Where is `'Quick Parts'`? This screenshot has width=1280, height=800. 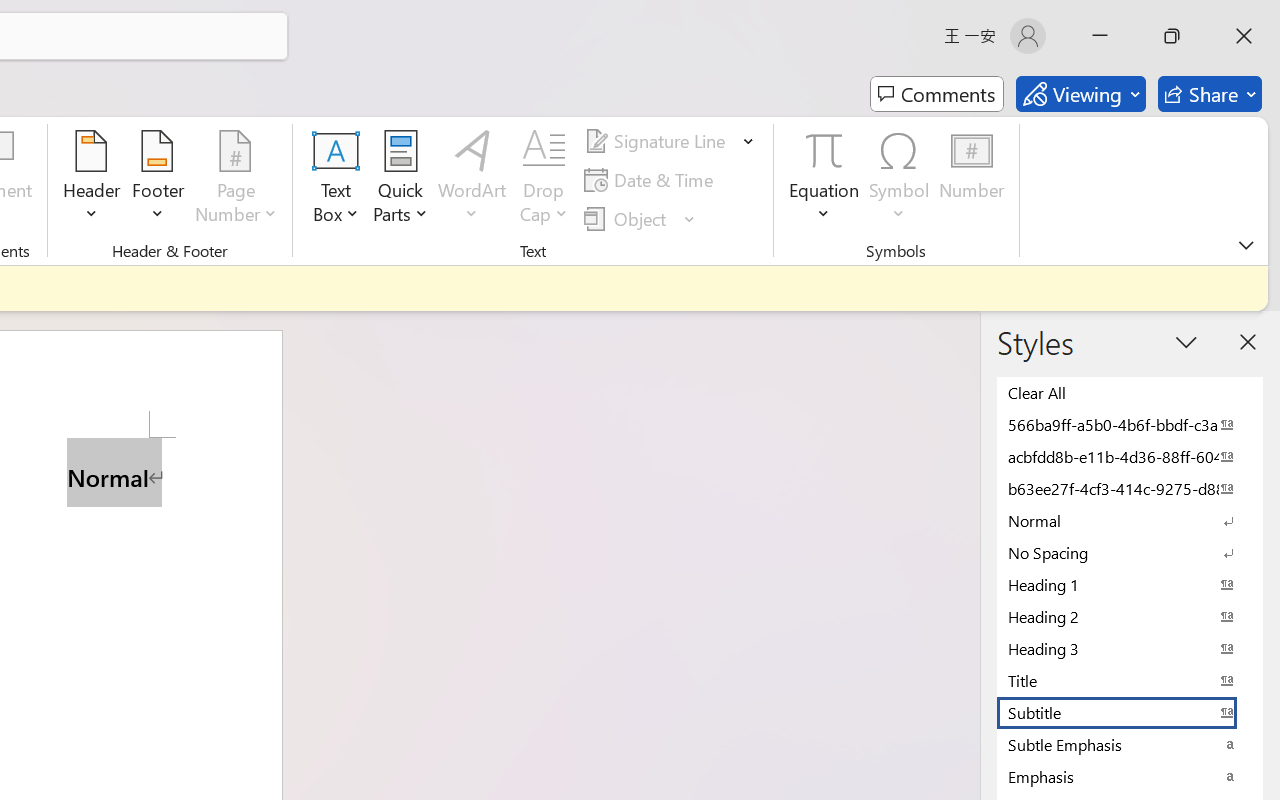
'Quick Parts' is located at coordinates (400, 179).